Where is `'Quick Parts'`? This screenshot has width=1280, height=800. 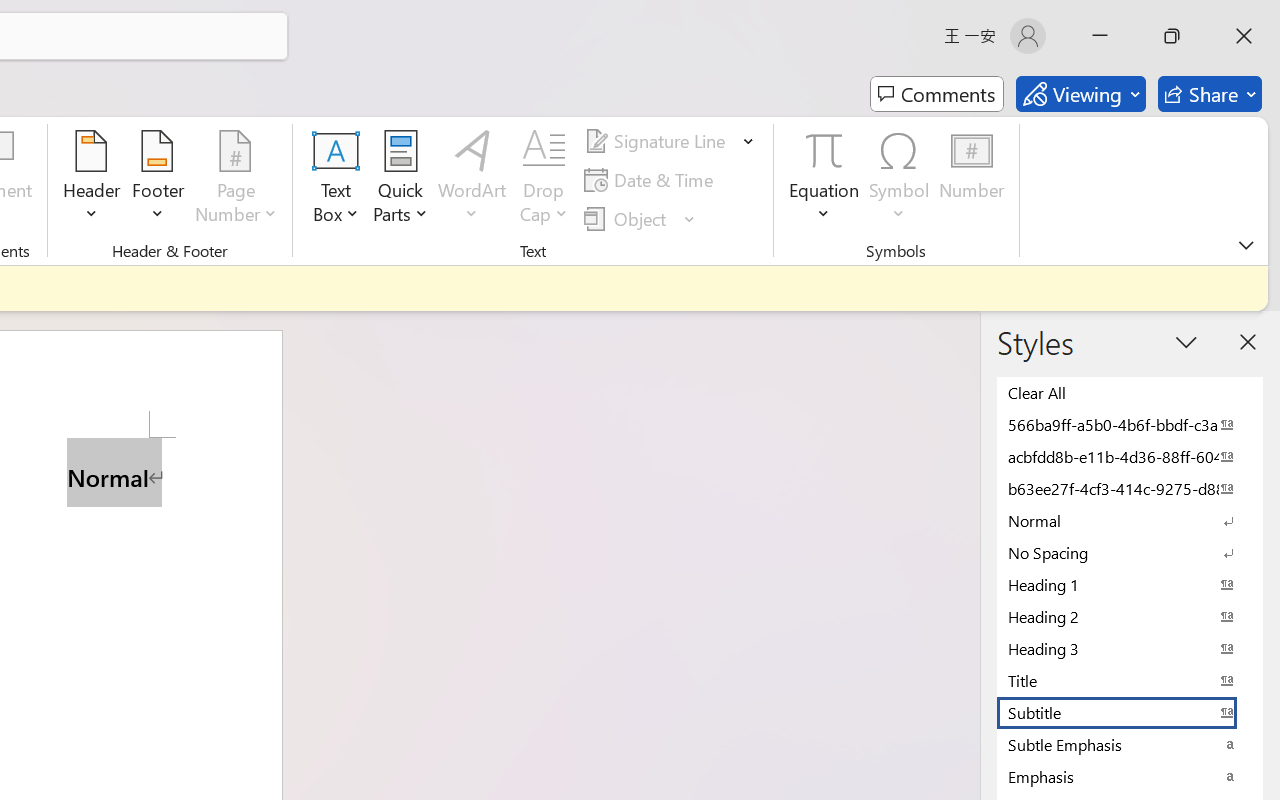
'Quick Parts' is located at coordinates (400, 179).